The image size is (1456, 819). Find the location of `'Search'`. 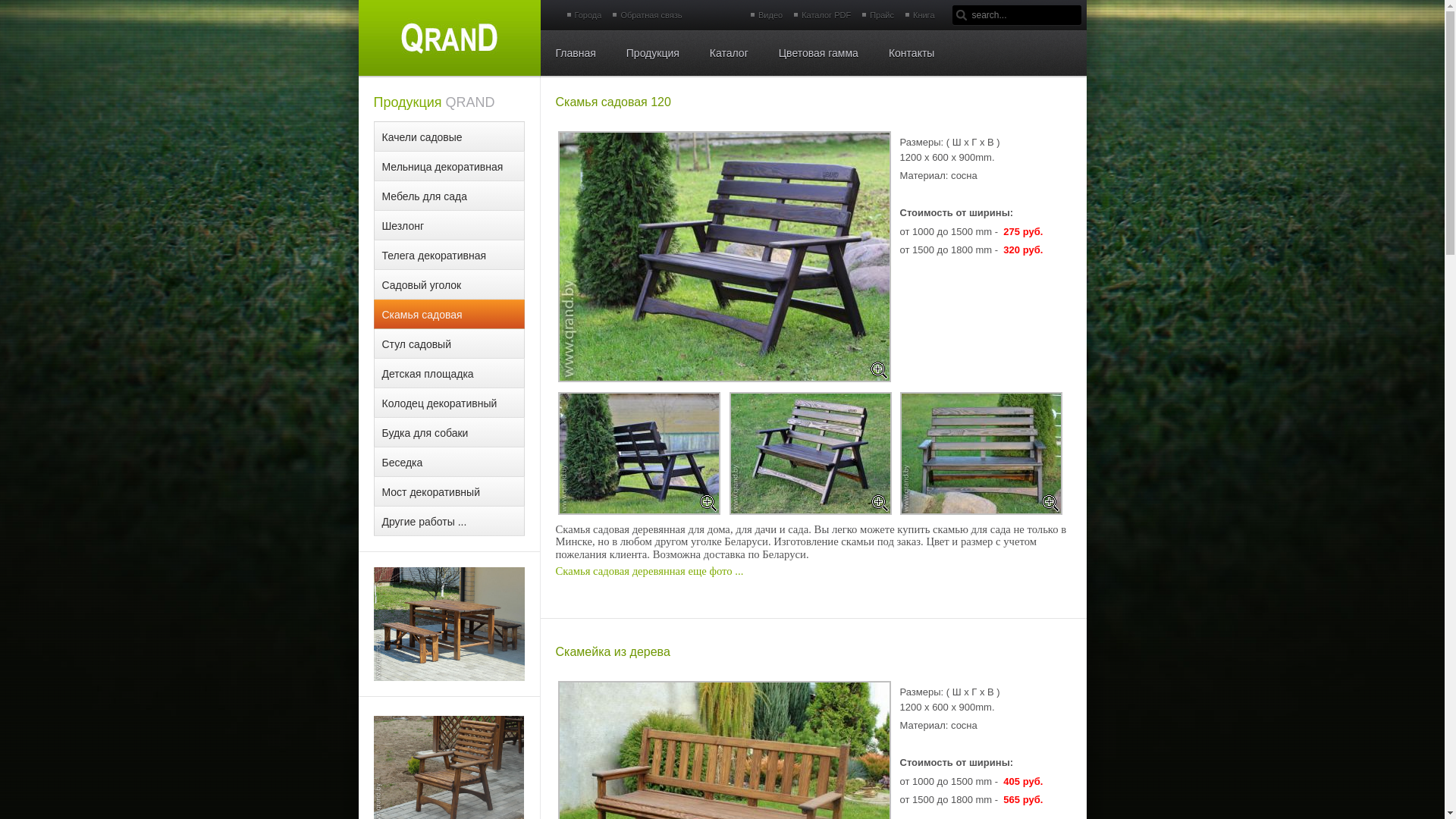

'Search' is located at coordinates (961, 14).